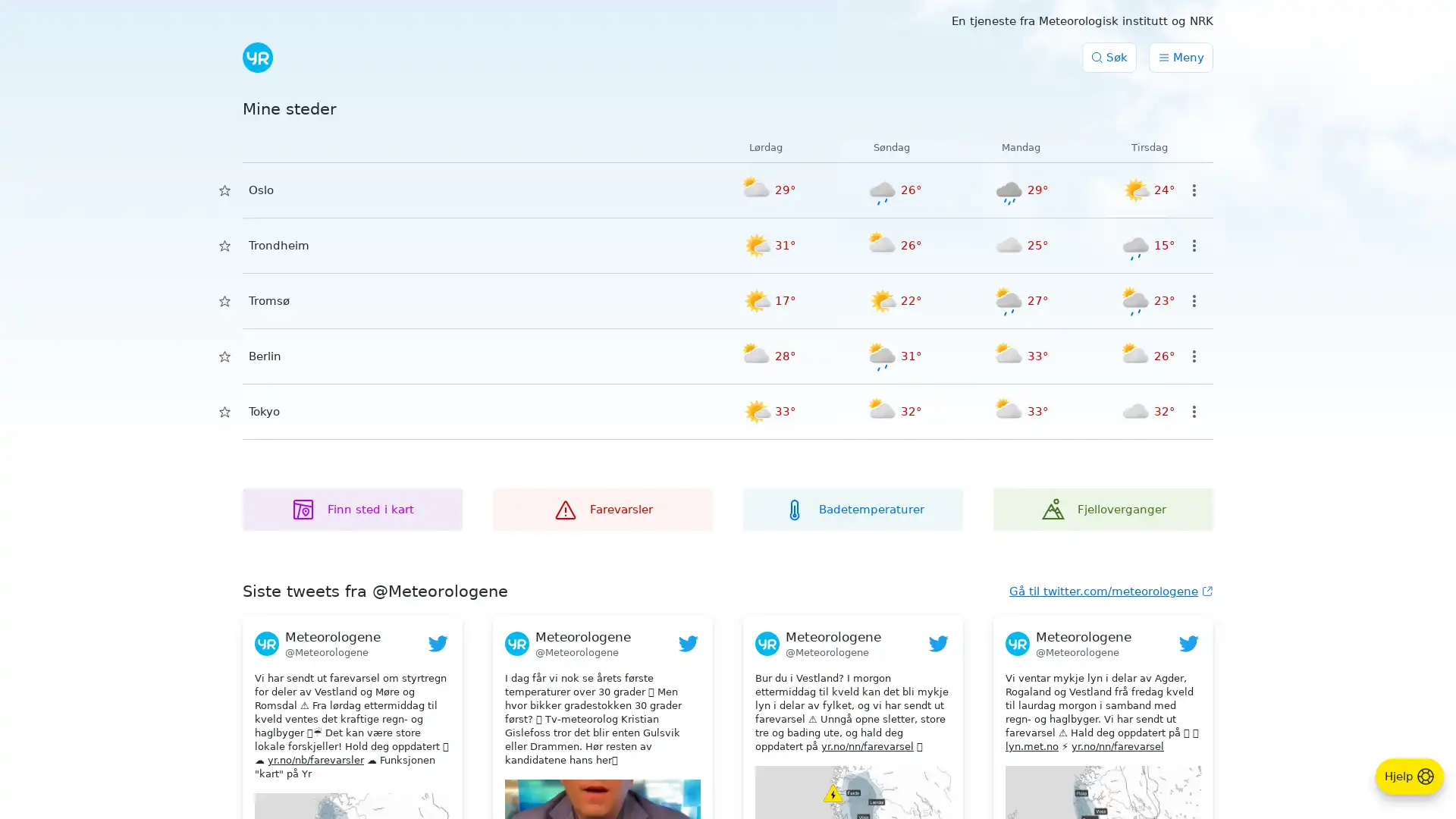  What do you see at coordinates (1193, 245) in the screenshot?
I see `Valg for sted` at bounding box center [1193, 245].